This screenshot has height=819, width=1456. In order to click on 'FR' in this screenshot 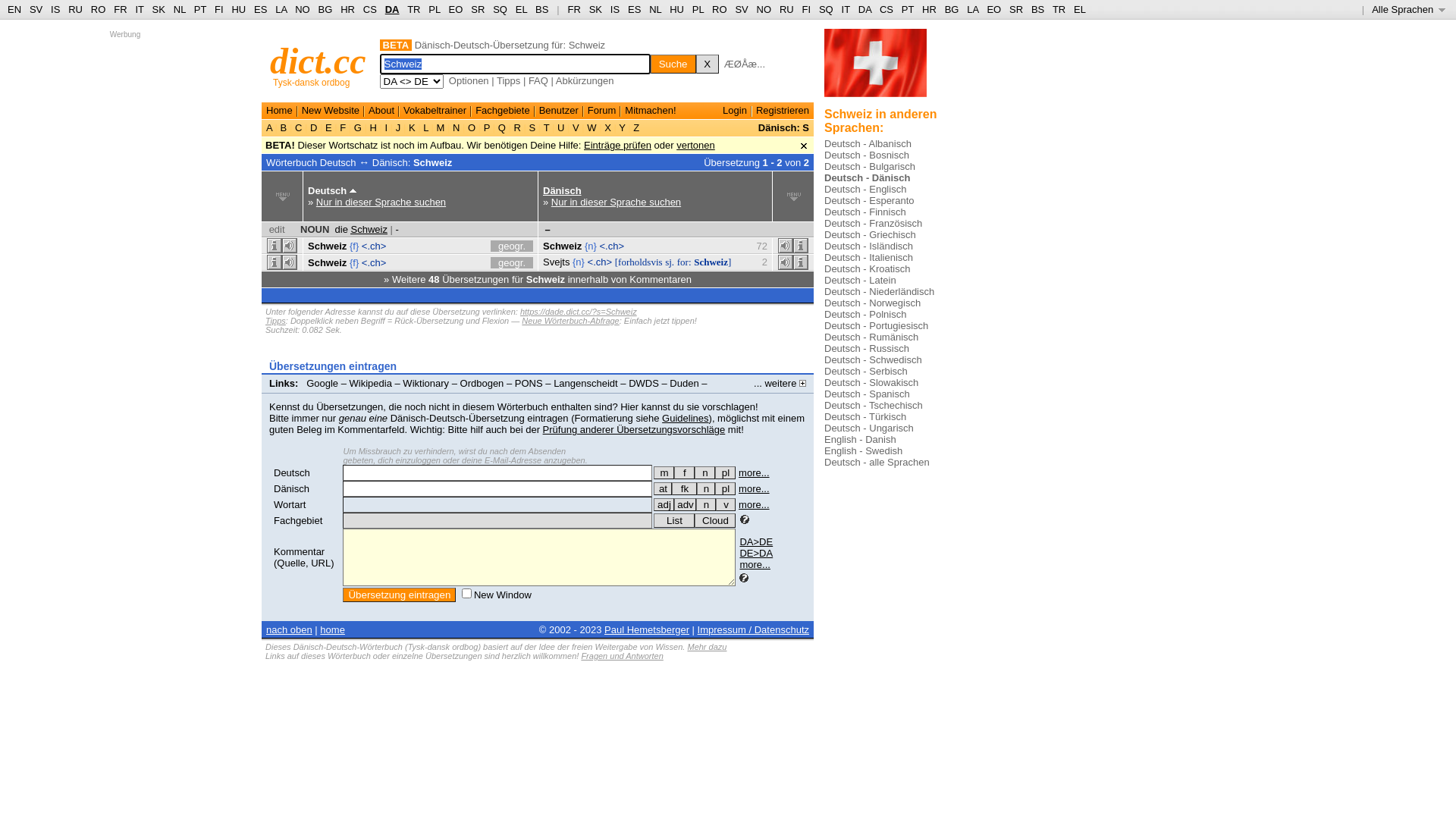, I will do `click(573, 9)`.